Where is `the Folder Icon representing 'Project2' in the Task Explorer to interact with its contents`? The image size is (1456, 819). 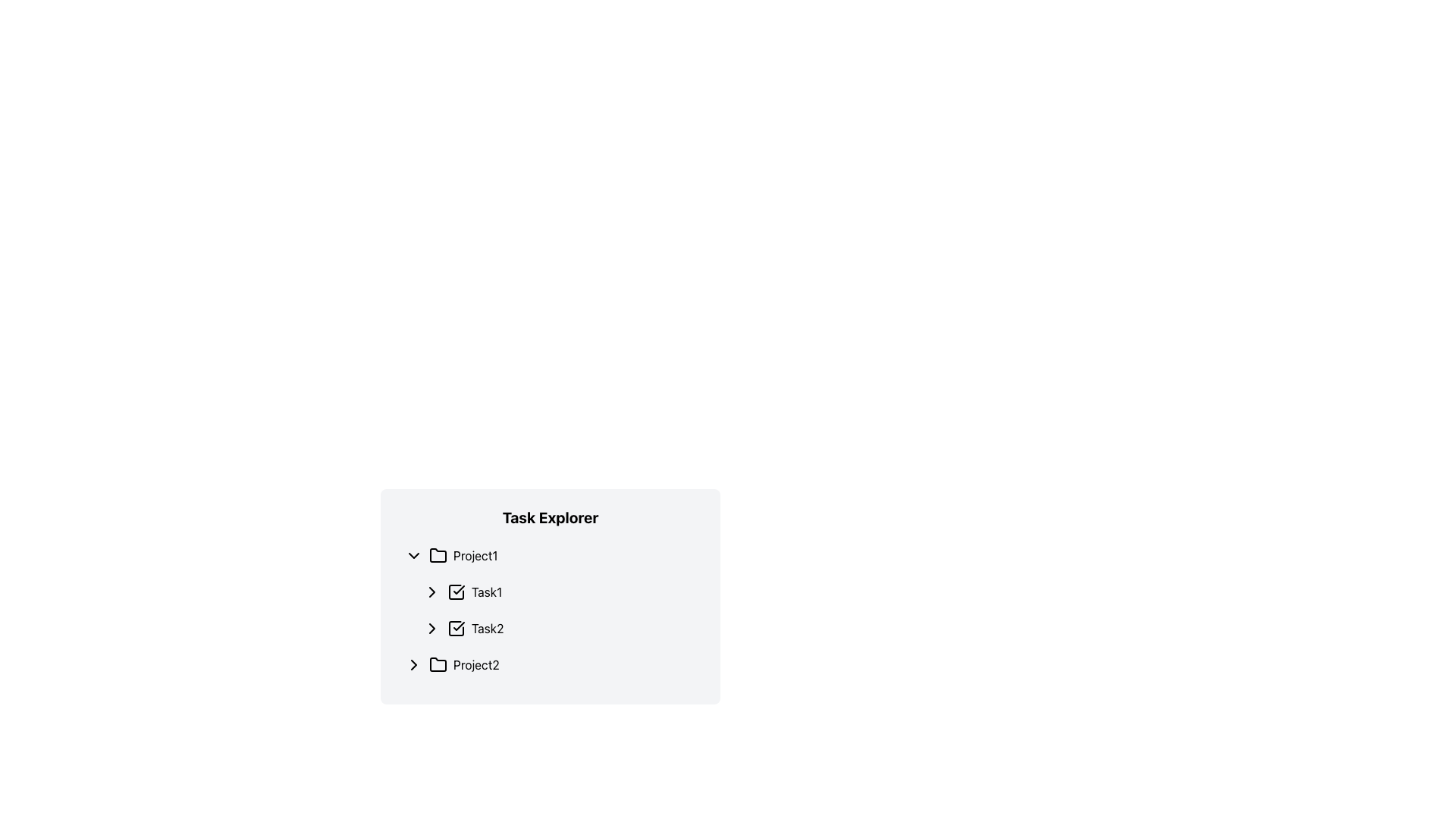 the Folder Icon representing 'Project2' in the Task Explorer to interact with its contents is located at coordinates (437, 663).